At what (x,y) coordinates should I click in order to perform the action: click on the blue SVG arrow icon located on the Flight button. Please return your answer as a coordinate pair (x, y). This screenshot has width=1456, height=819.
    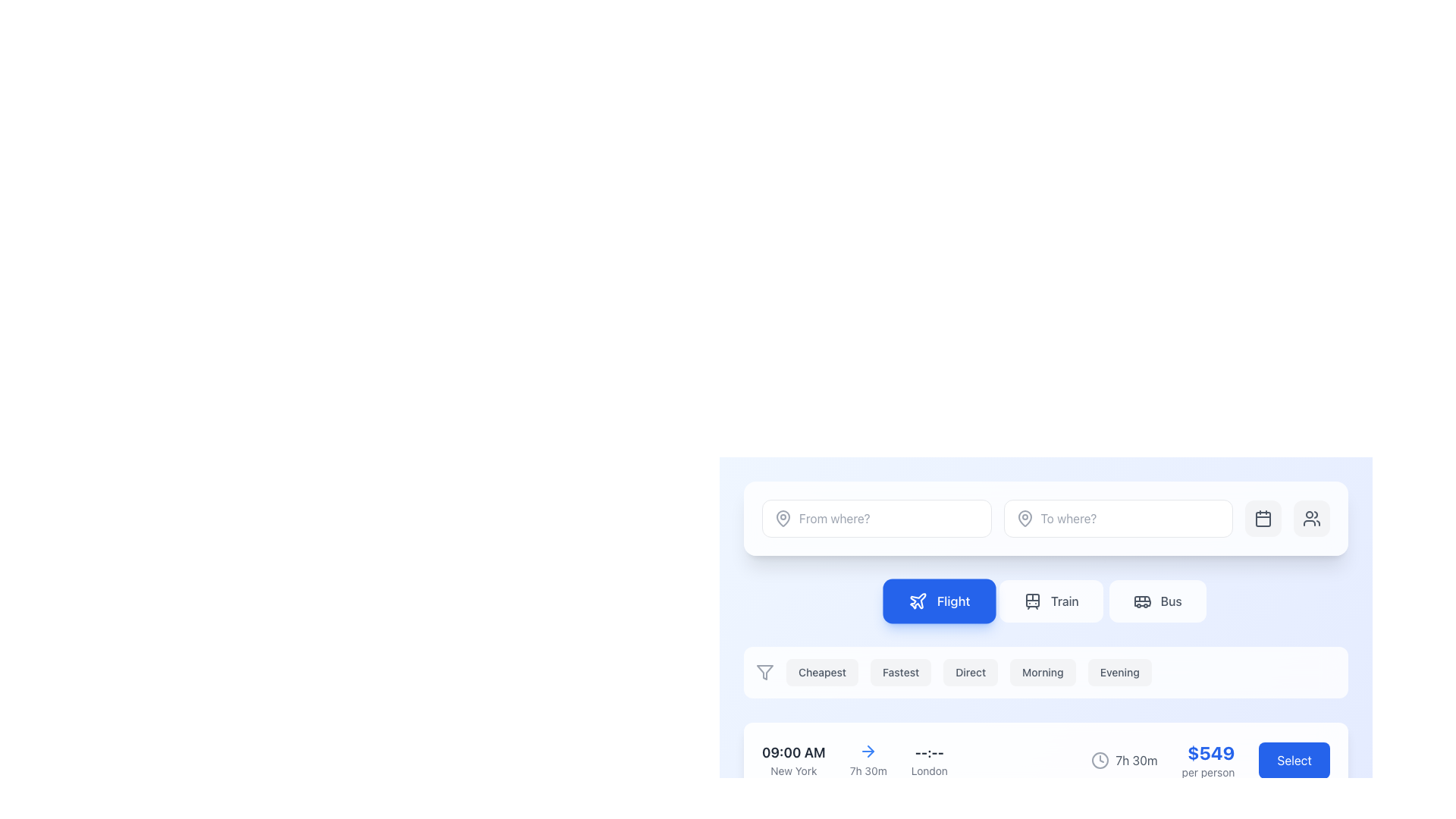
    Looking at the image, I should click on (871, 752).